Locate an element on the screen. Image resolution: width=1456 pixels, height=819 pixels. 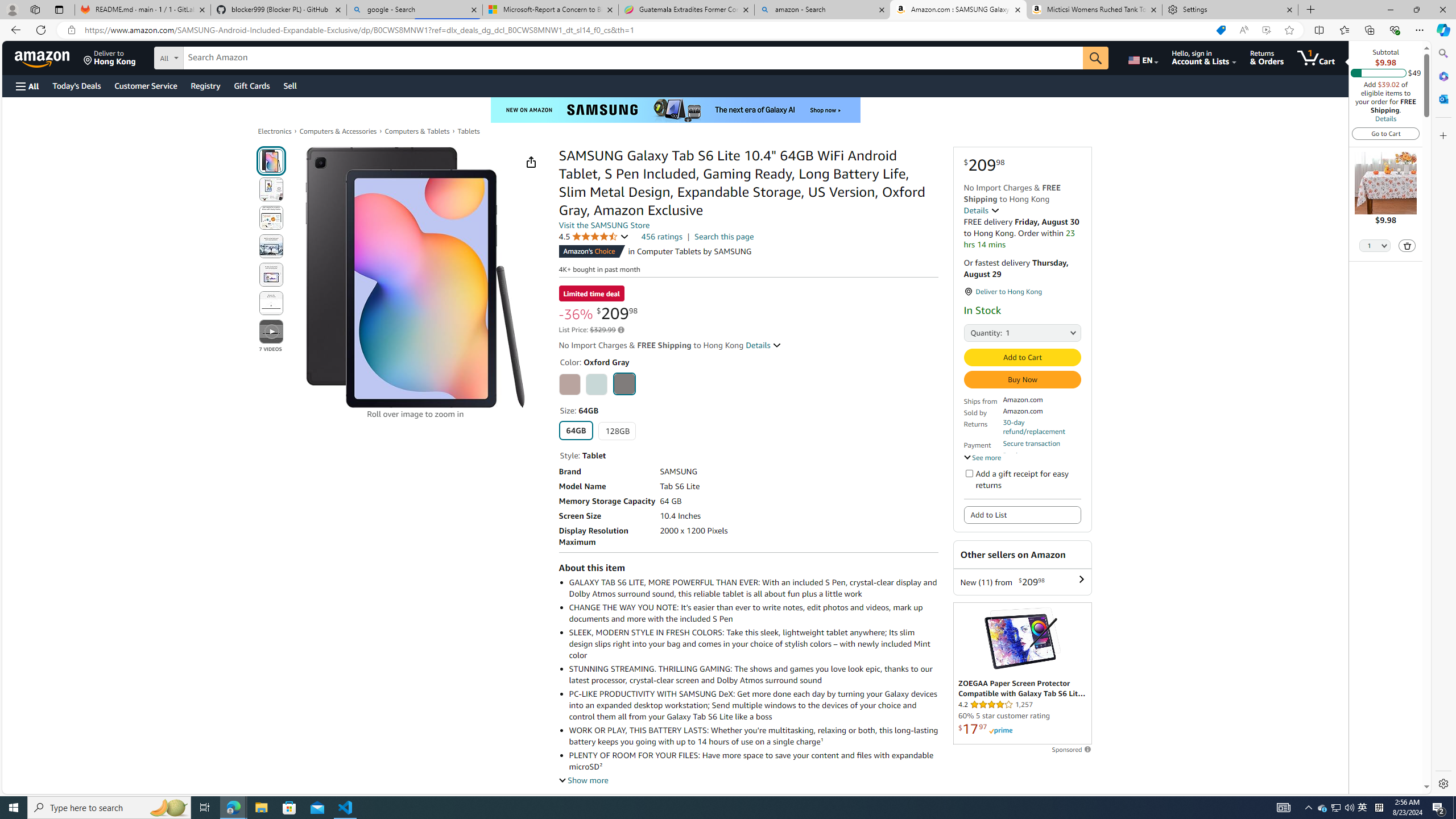
'Visit the SAMSUNG Store' is located at coordinates (603, 225).